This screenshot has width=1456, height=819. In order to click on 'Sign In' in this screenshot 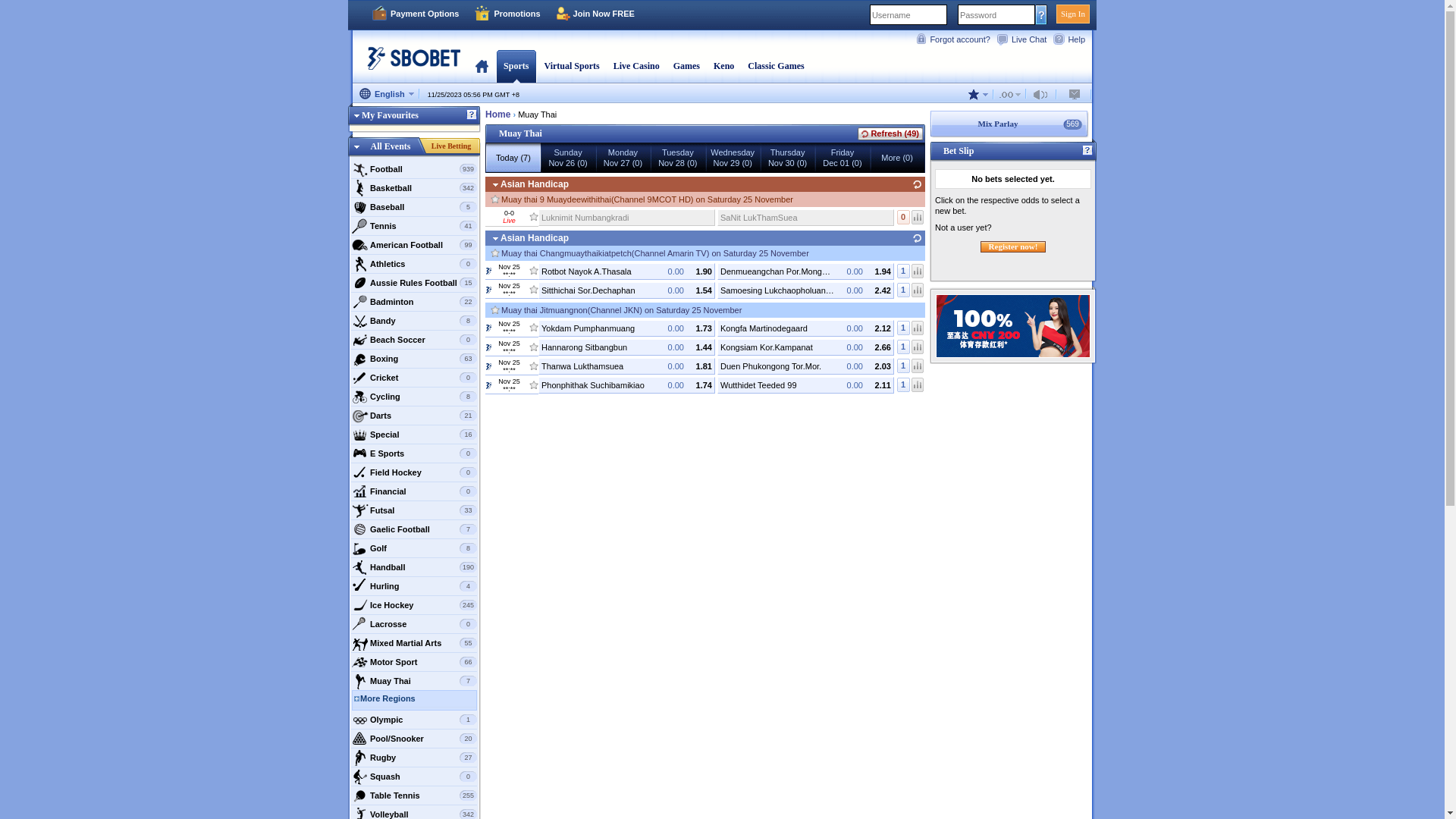, I will do `click(1072, 14)`.